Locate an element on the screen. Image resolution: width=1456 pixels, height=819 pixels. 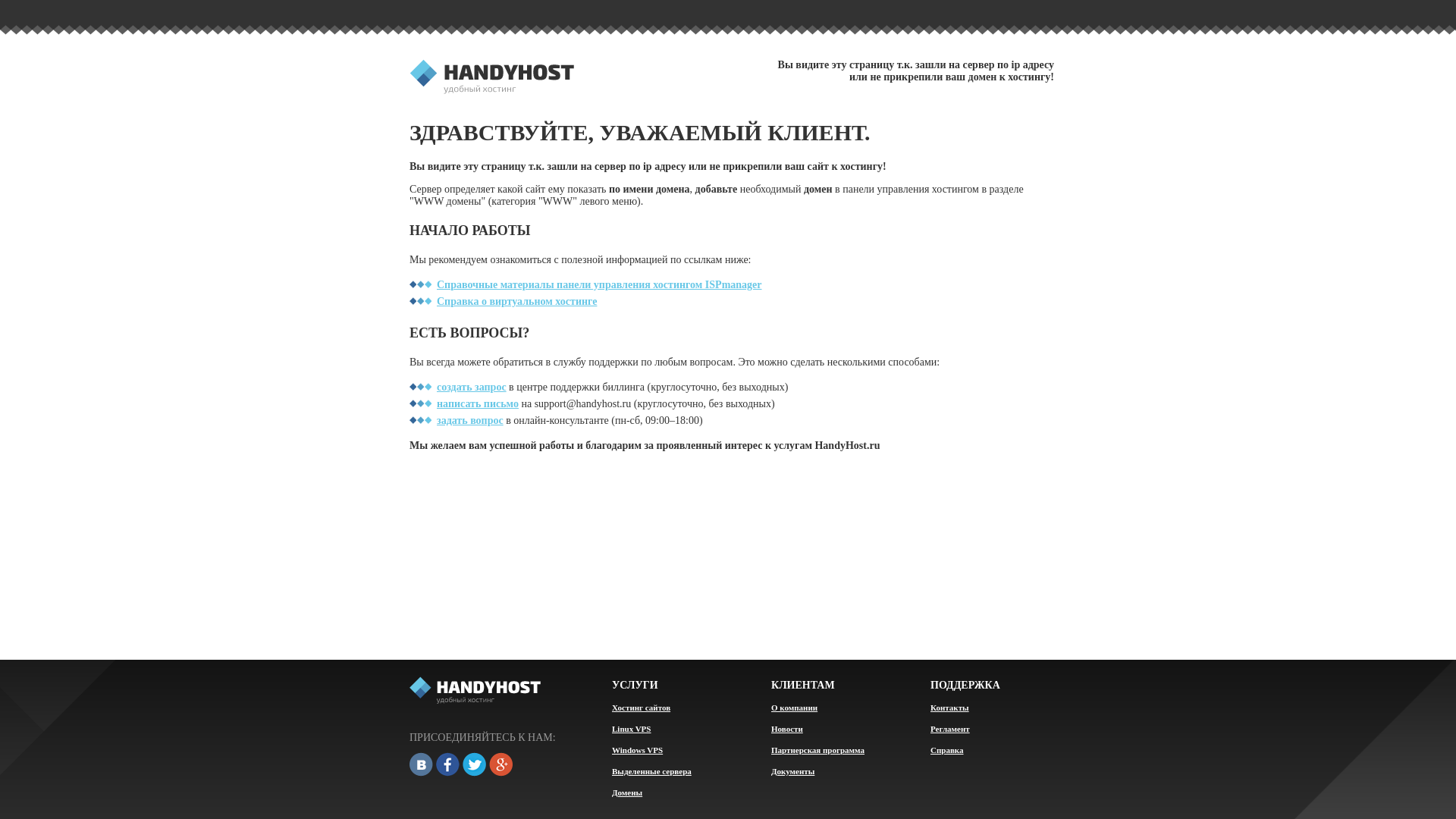
'twitter handyhost' is located at coordinates (473, 765).